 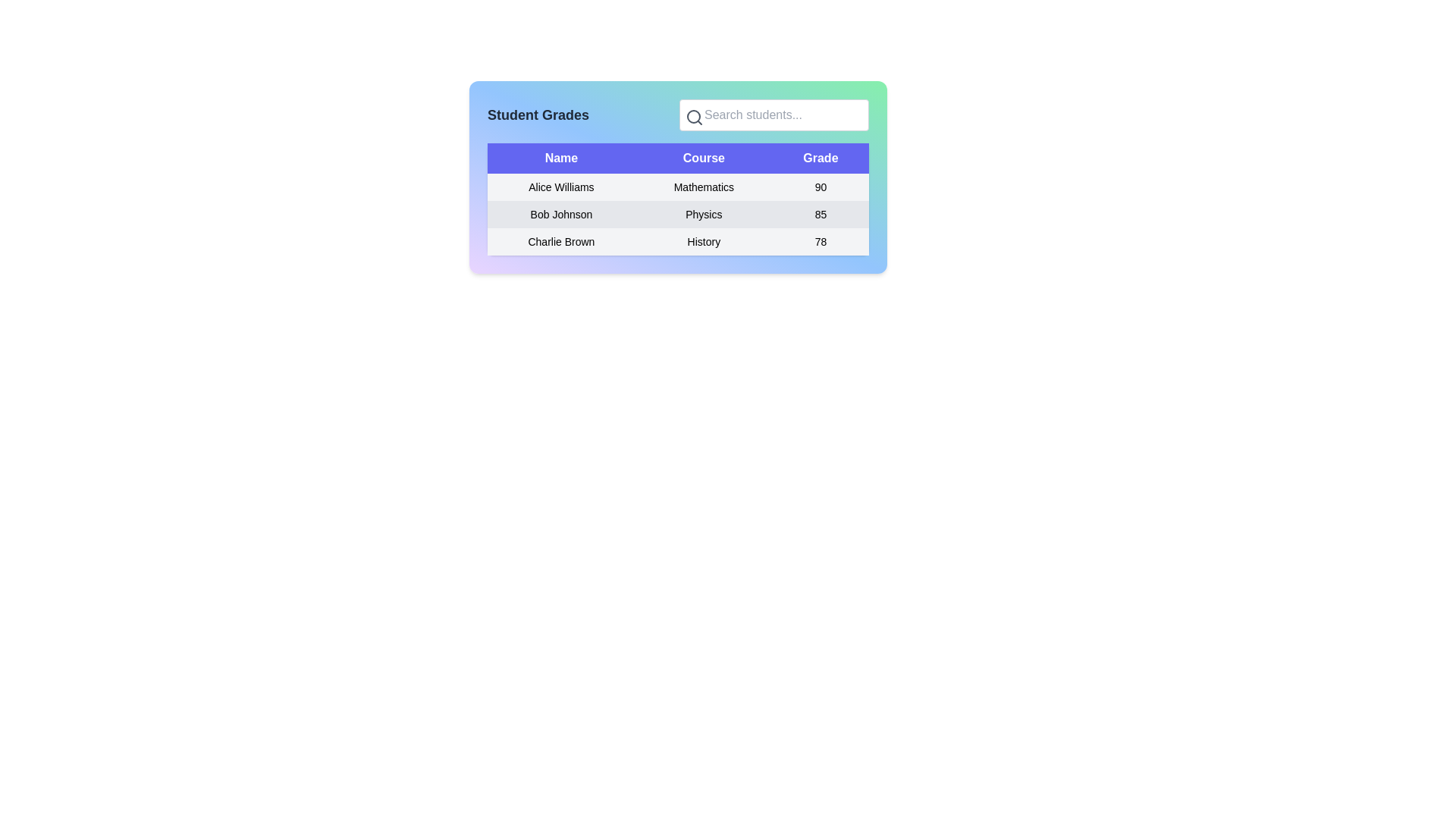 What do you see at coordinates (677, 214) in the screenshot?
I see `the table row displaying 'Bob Johnson Physics 85', which is the second row in the table between 'Alice Williams Mathematics 90' and 'Charlie Brown History 78'` at bounding box center [677, 214].